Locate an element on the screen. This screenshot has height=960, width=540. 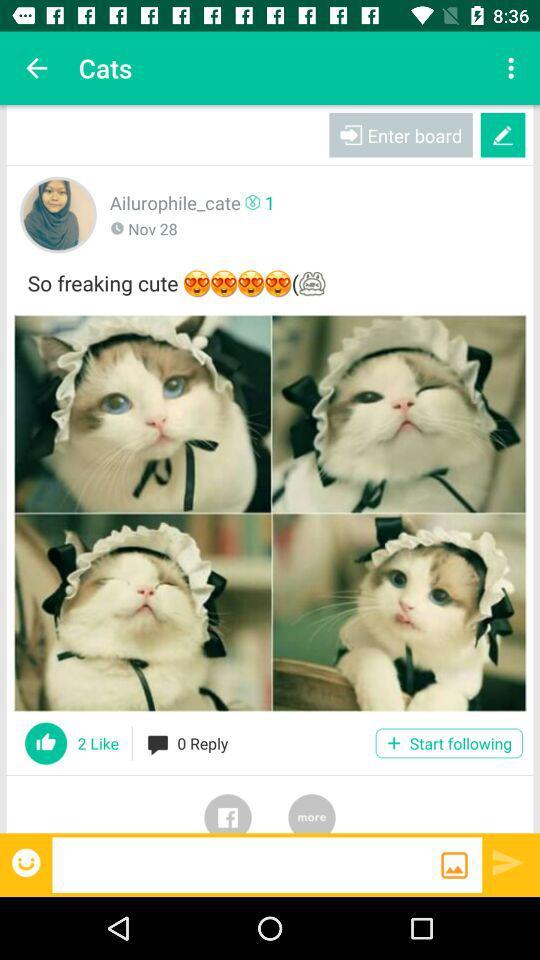
open emoji menu is located at coordinates (27, 861).